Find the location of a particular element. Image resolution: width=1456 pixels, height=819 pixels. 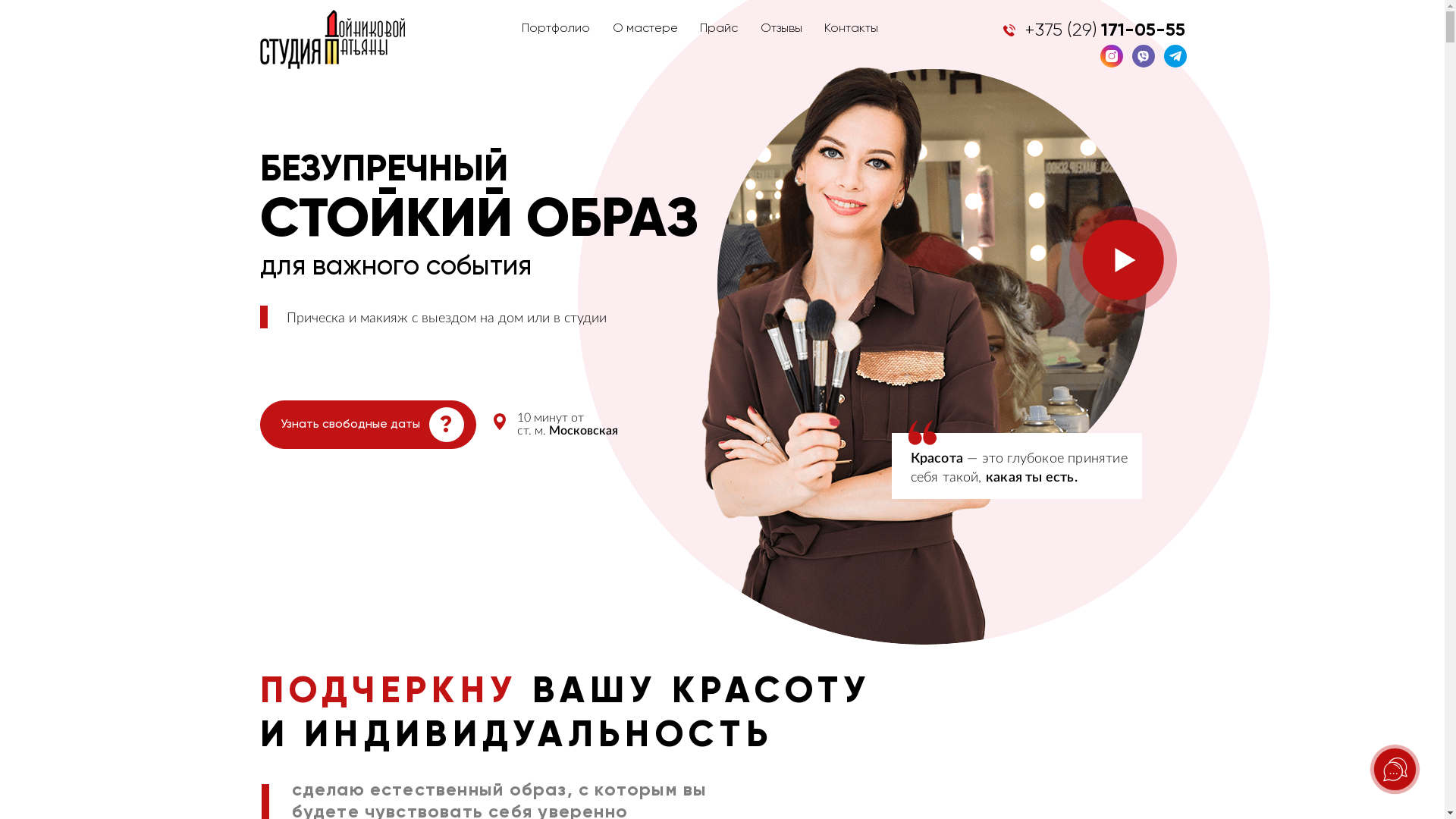

'+375 (29) 171-05-55' is located at coordinates (1093, 29).